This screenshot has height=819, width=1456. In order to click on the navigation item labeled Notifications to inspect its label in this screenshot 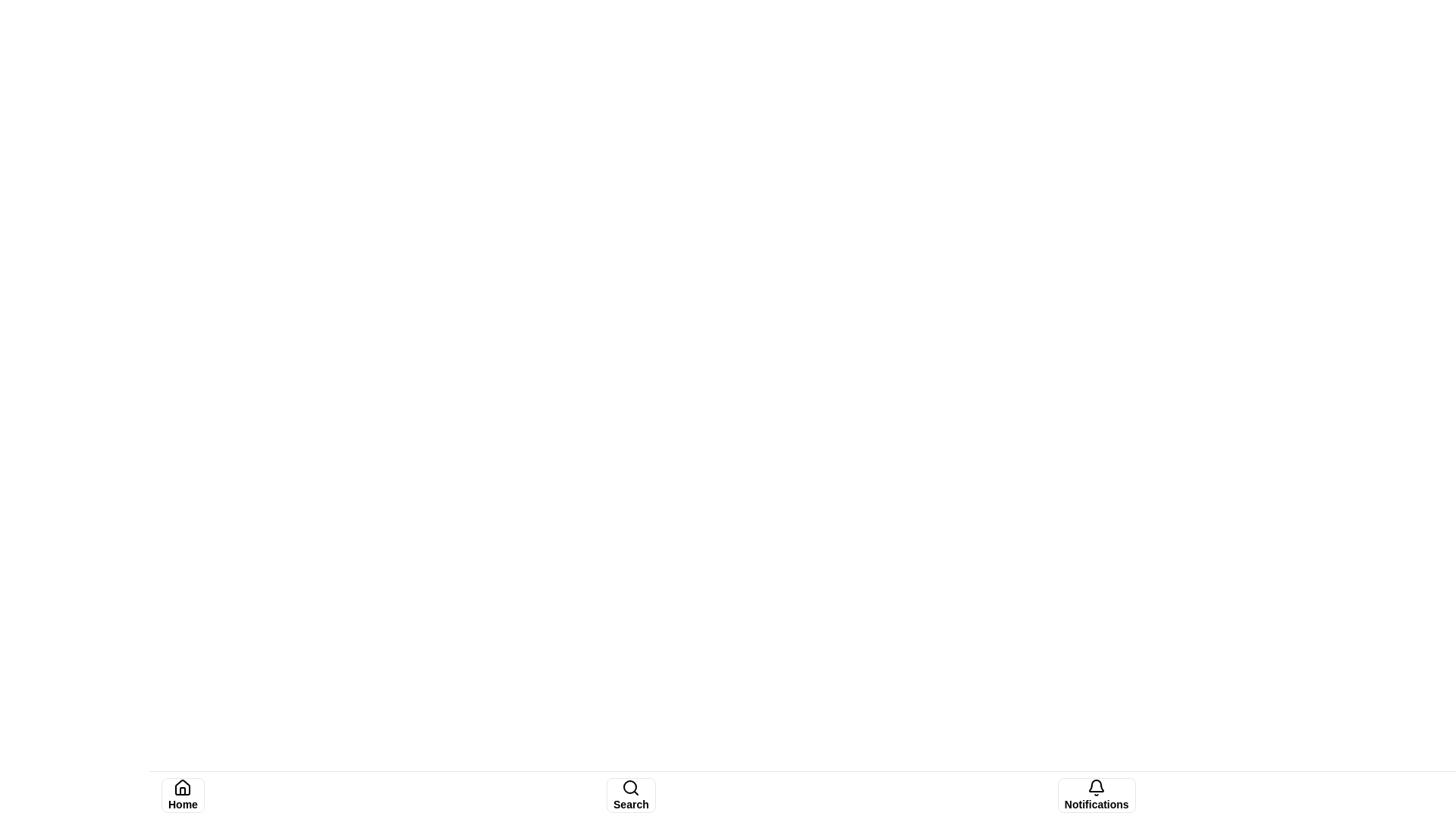, I will do `click(1096, 795)`.